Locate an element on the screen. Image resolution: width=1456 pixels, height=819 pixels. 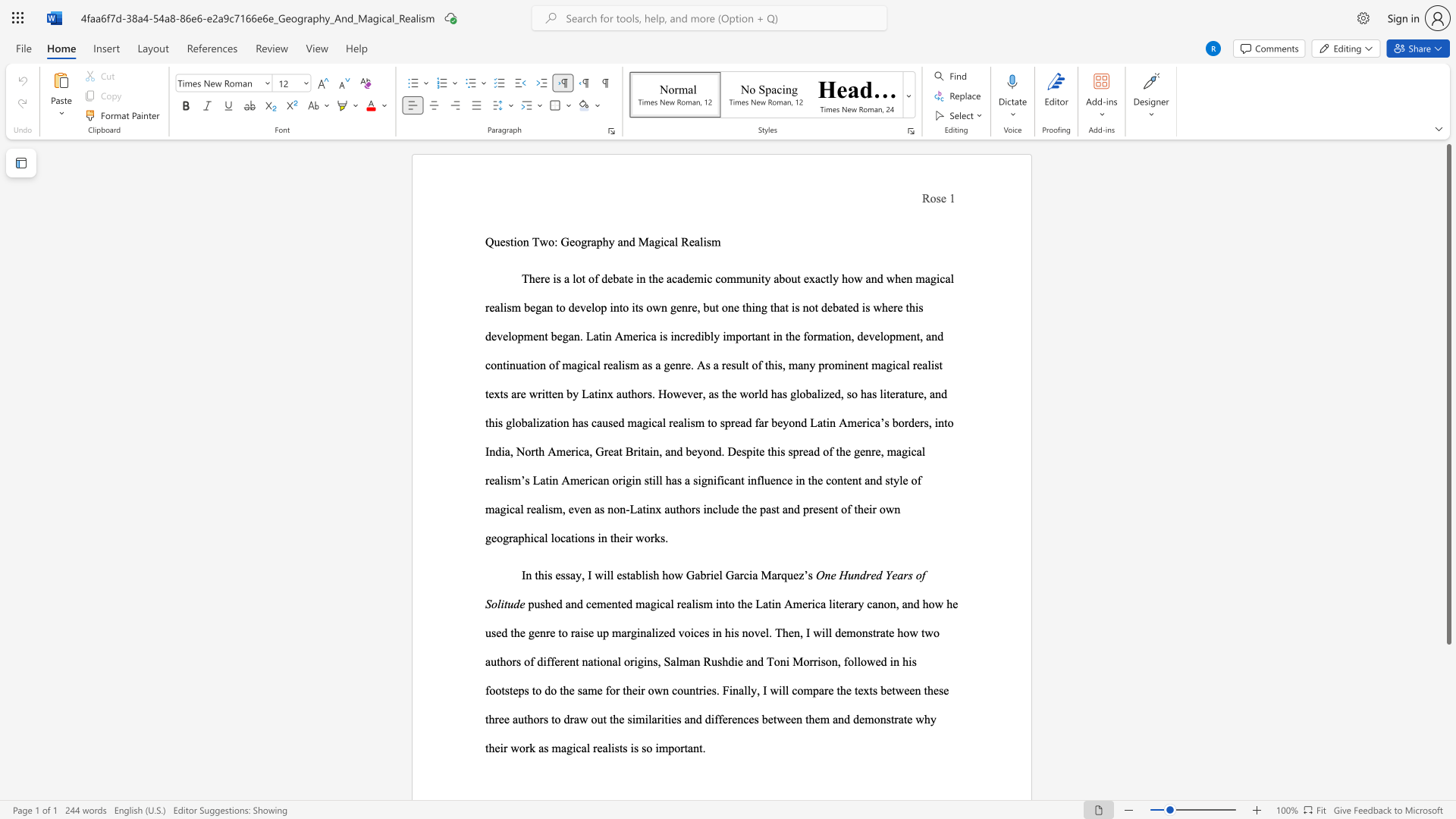
the subset text "ay" within the text "In this essay, I will" is located at coordinates (570, 575).